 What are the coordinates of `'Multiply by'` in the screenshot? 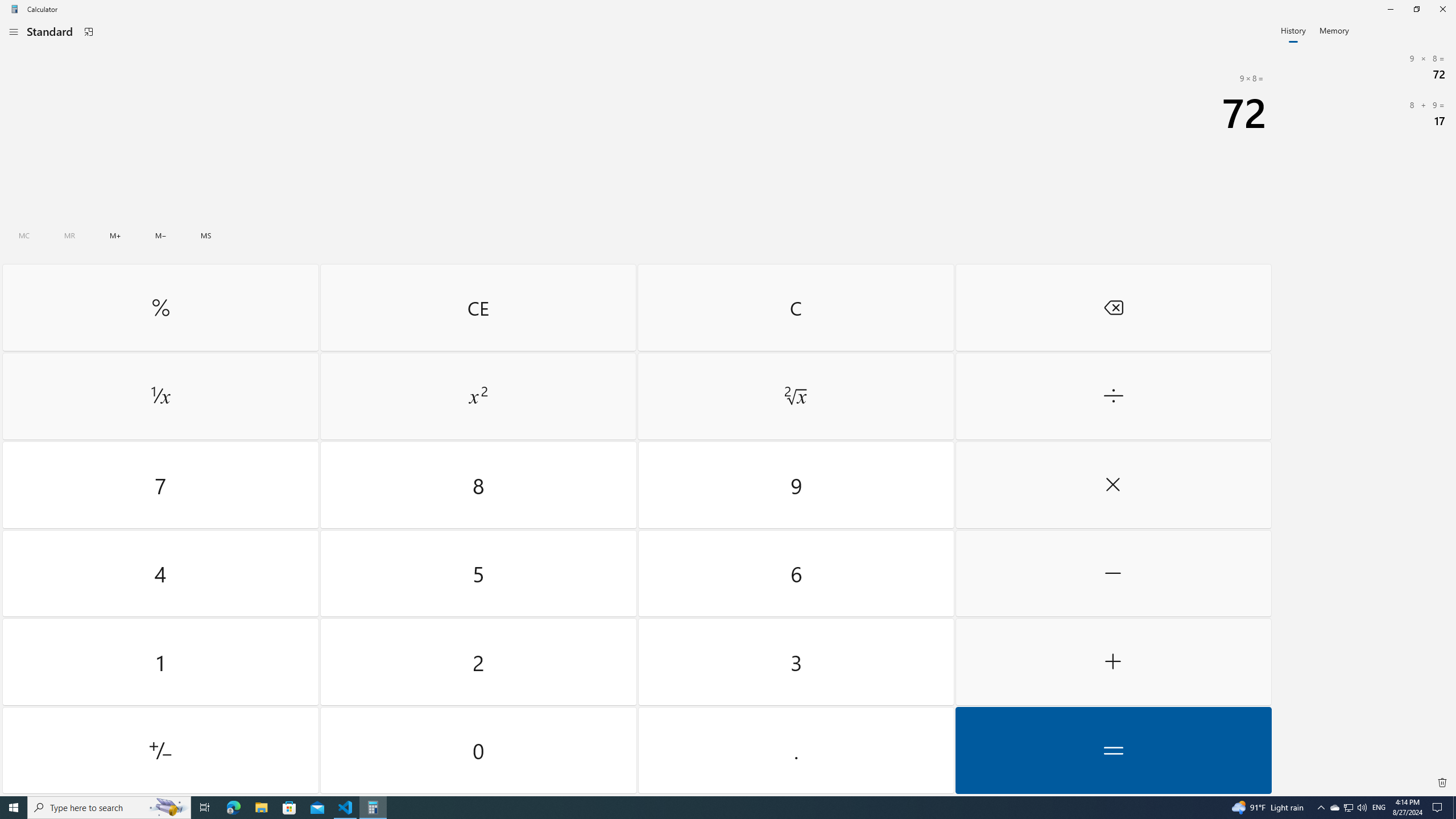 It's located at (1112, 485).